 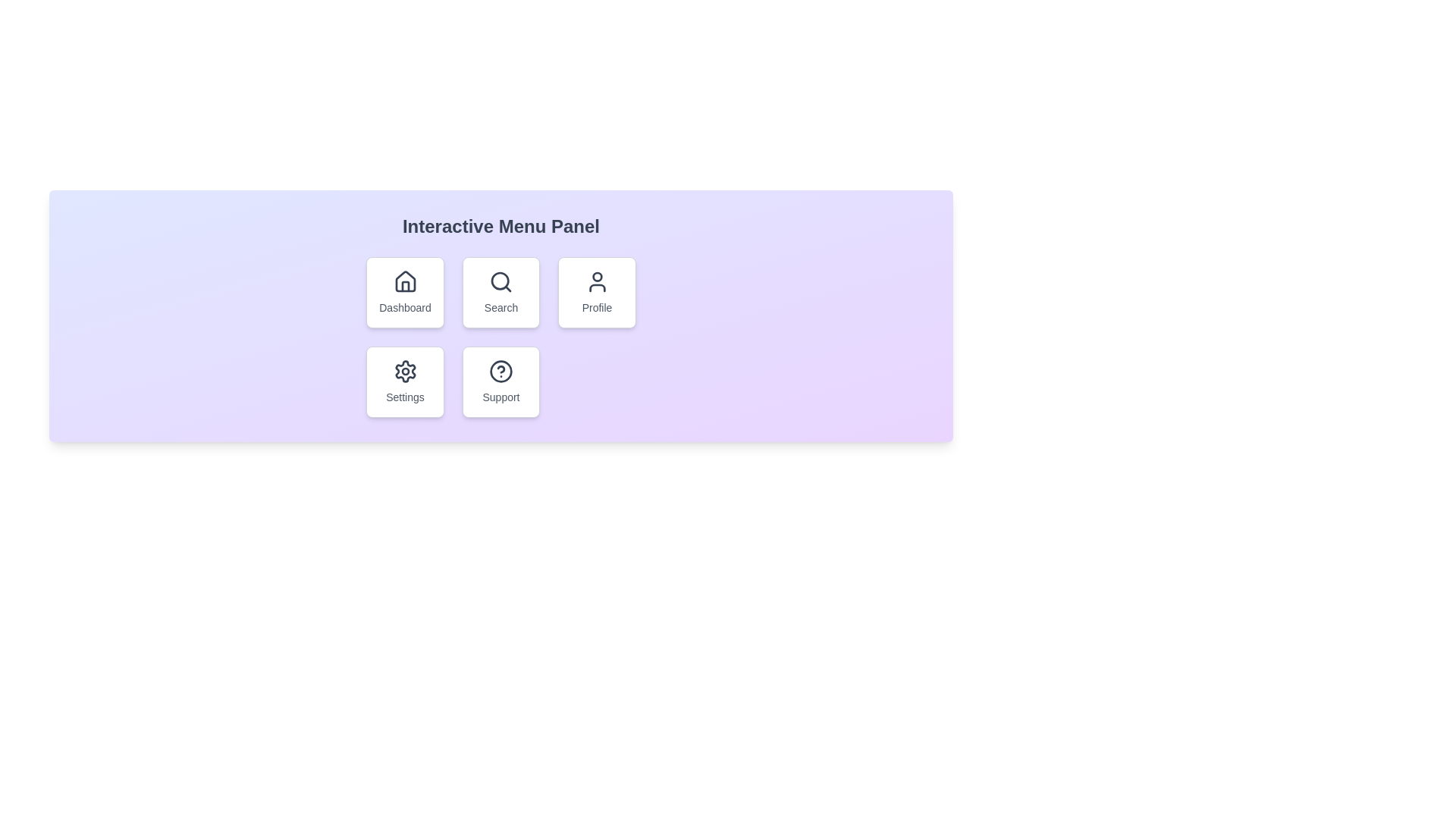 I want to click on the text label displaying 'Dashboard', which is styled in gray and positioned below a house icon in the top-left section of the interactive menu panel grid, so click(x=405, y=307).